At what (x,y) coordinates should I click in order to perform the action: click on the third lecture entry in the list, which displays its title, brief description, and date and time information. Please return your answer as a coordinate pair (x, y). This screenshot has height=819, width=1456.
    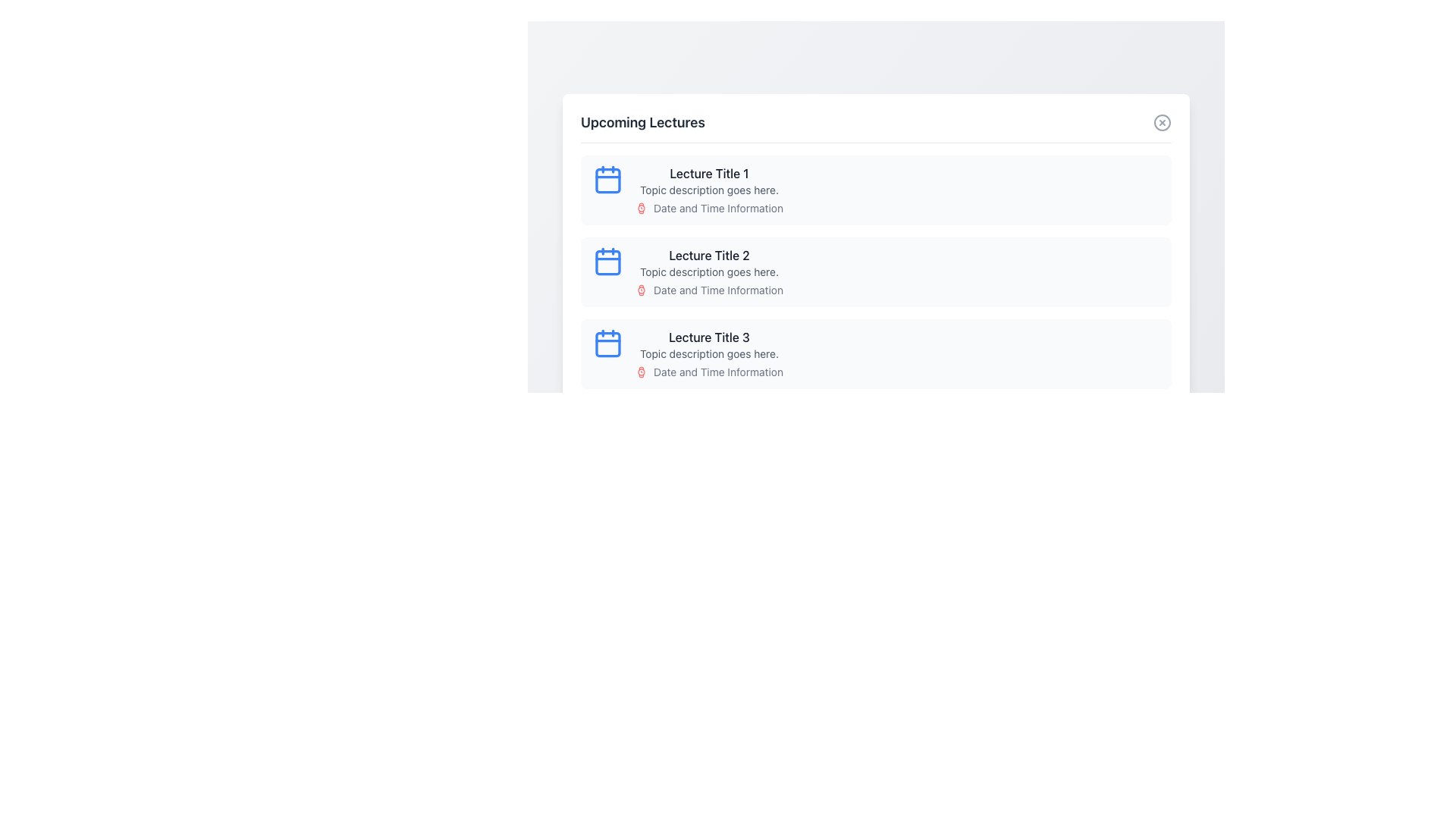
    Looking at the image, I should click on (876, 353).